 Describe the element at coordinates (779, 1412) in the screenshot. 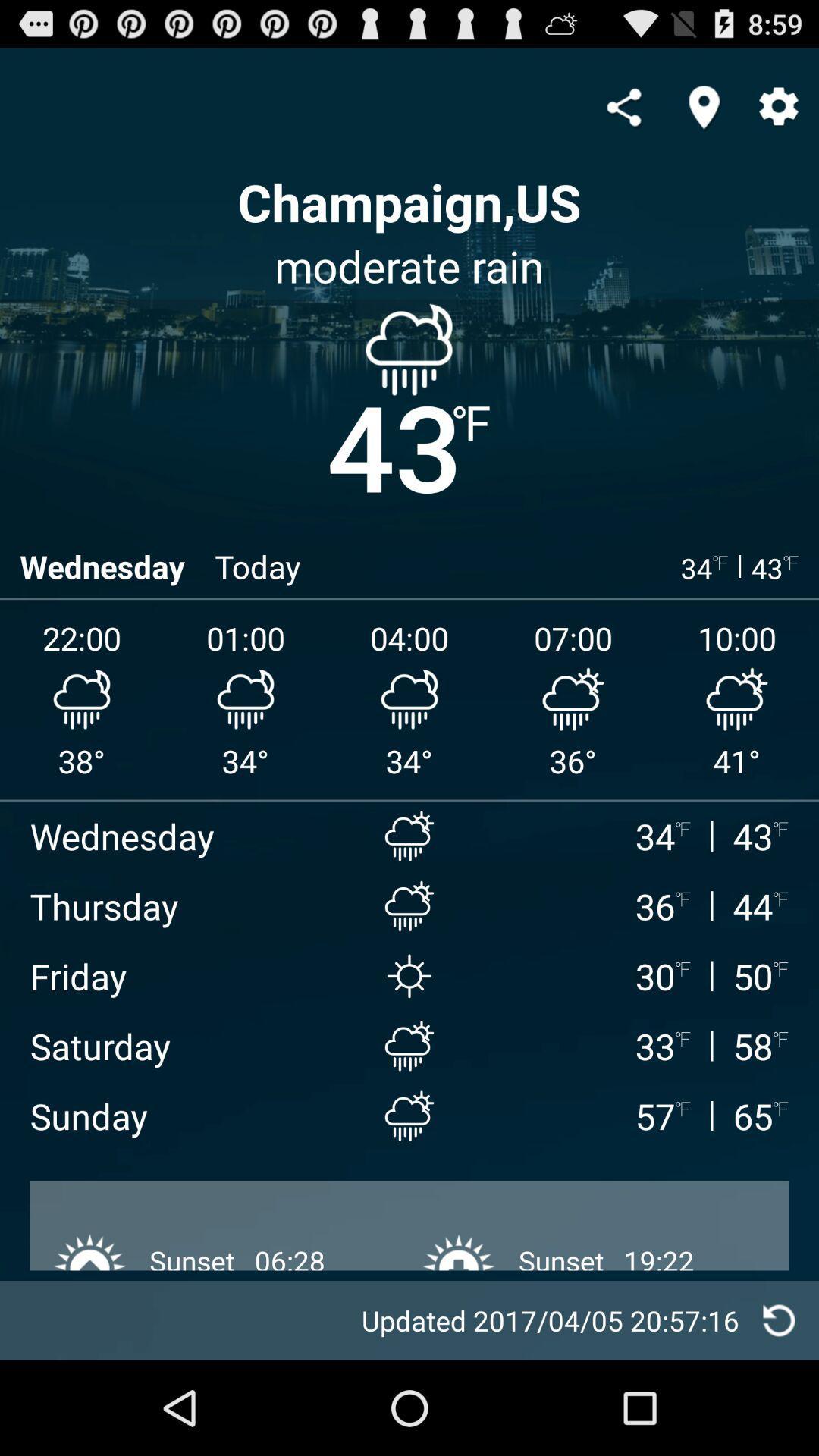

I see `the refresh icon` at that location.